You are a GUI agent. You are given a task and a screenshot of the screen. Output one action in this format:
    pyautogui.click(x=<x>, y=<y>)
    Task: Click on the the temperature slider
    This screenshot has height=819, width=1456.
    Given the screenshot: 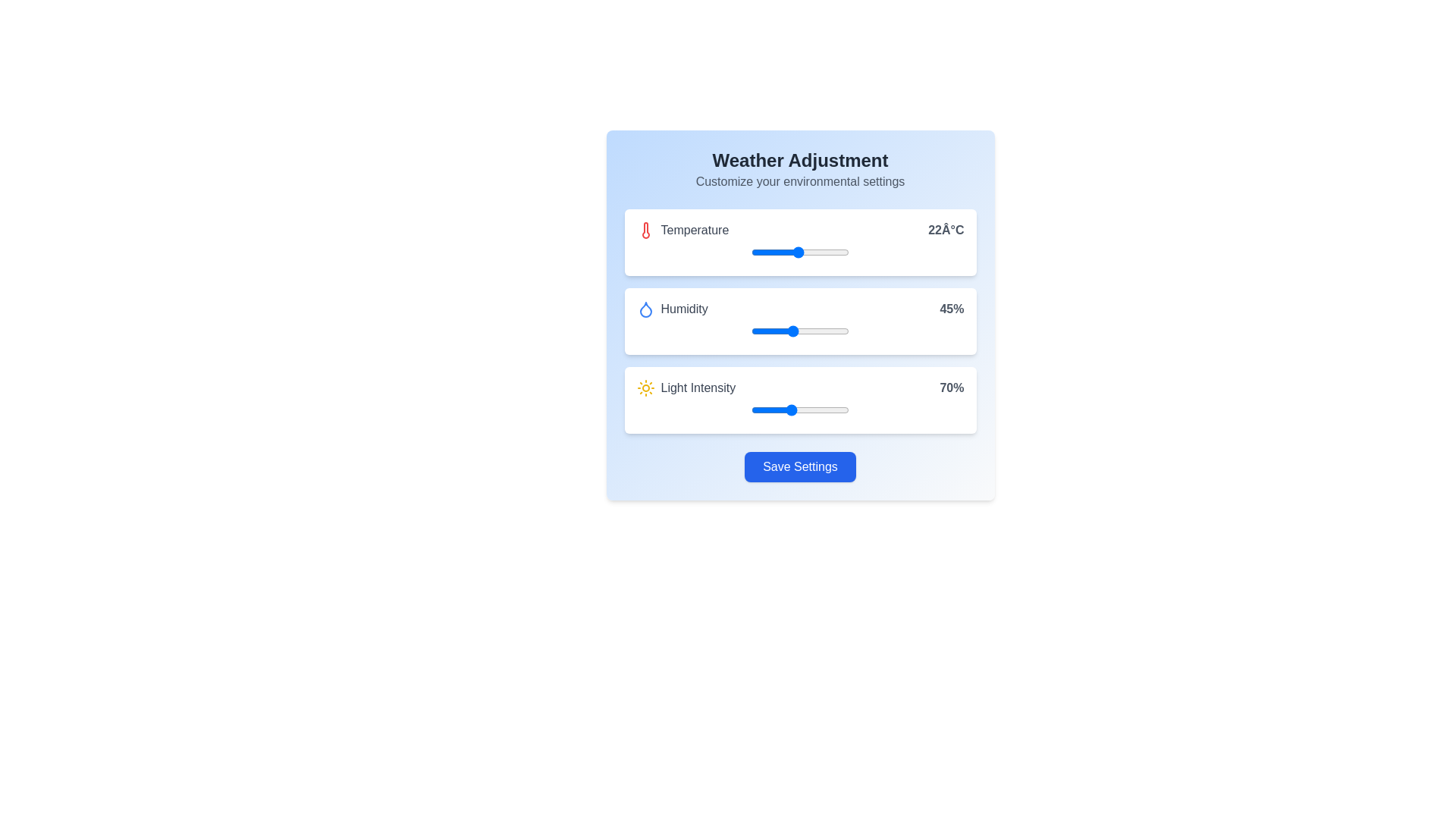 What is the action you would take?
    pyautogui.click(x=789, y=251)
    